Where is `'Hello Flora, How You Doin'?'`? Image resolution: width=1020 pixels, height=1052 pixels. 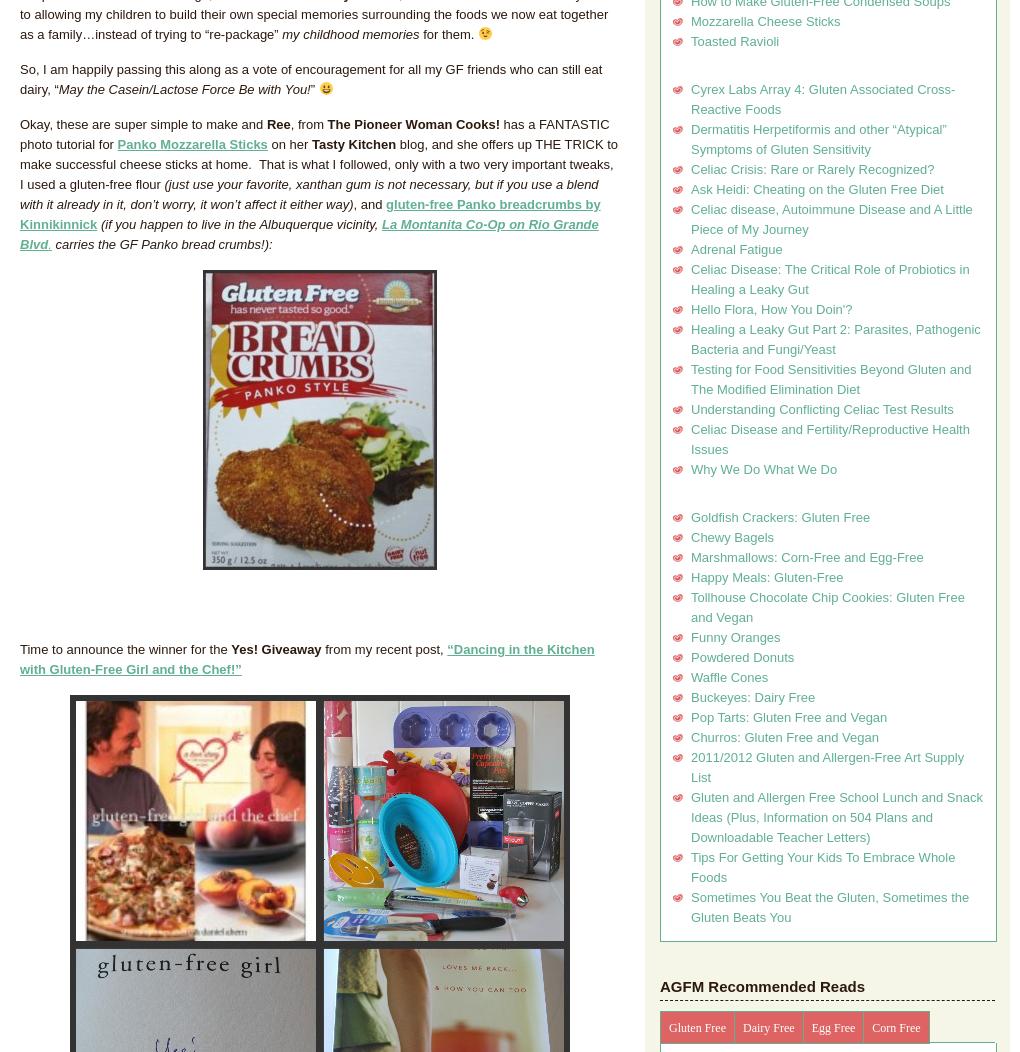 'Hello Flora, How You Doin'?' is located at coordinates (770, 308).